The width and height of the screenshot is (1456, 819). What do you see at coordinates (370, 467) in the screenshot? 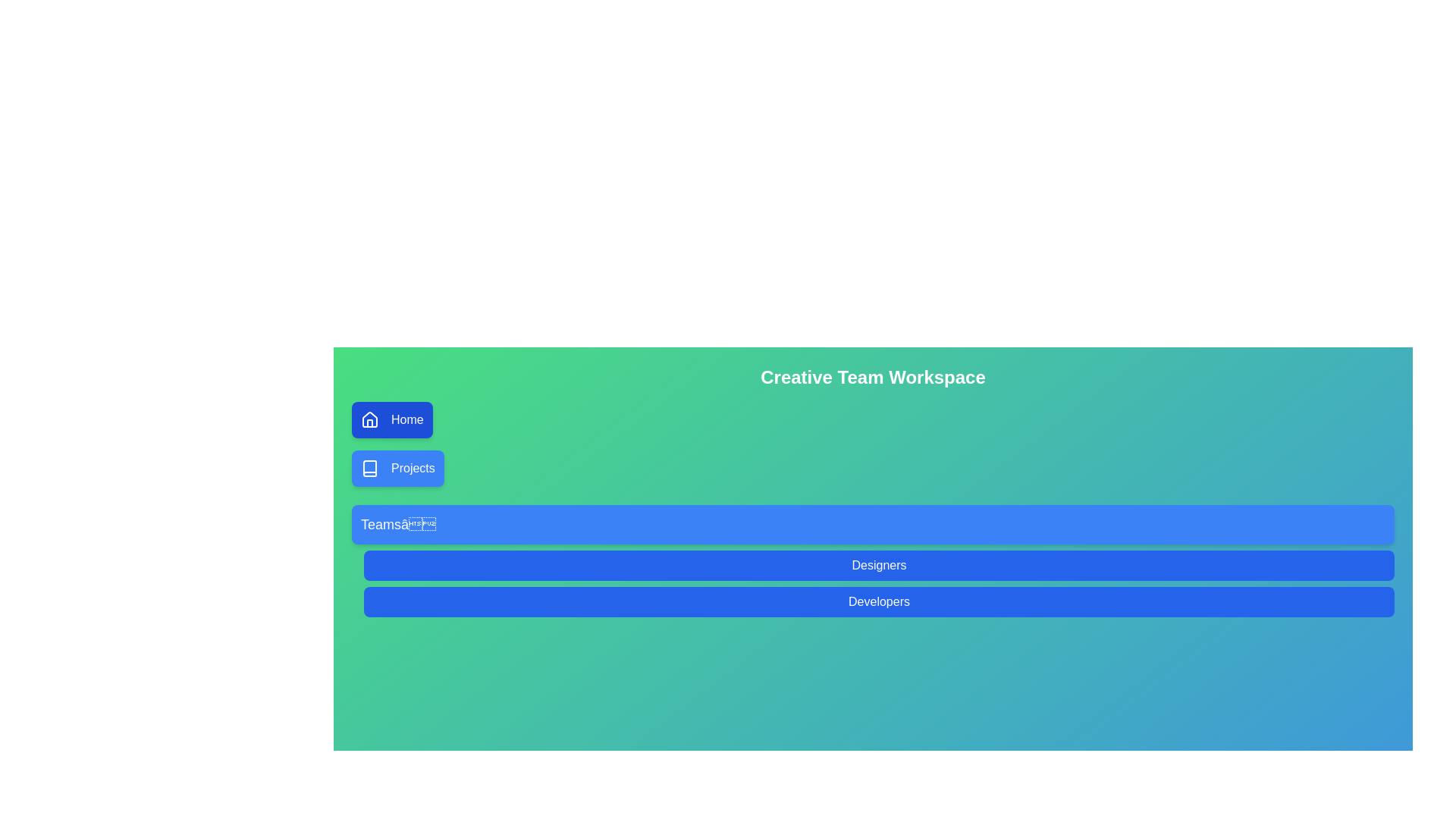
I see `the 'Projects' icon located inside the 'Projects' button, which is the second button in the vertical navigation list` at bounding box center [370, 467].